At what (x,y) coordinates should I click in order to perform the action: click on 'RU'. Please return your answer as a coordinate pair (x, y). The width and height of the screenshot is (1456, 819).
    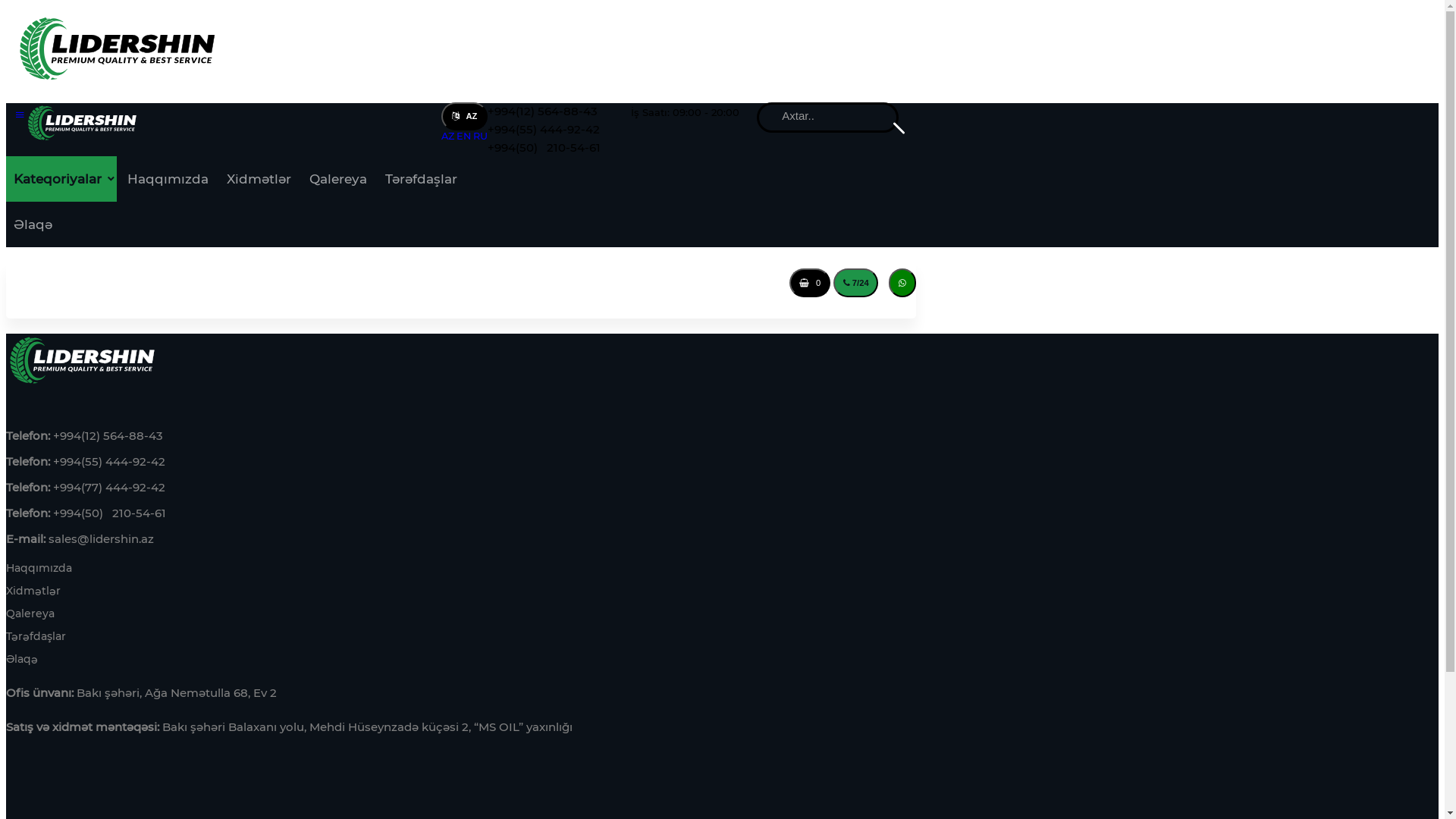
    Looking at the image, I should click on (472, 135).